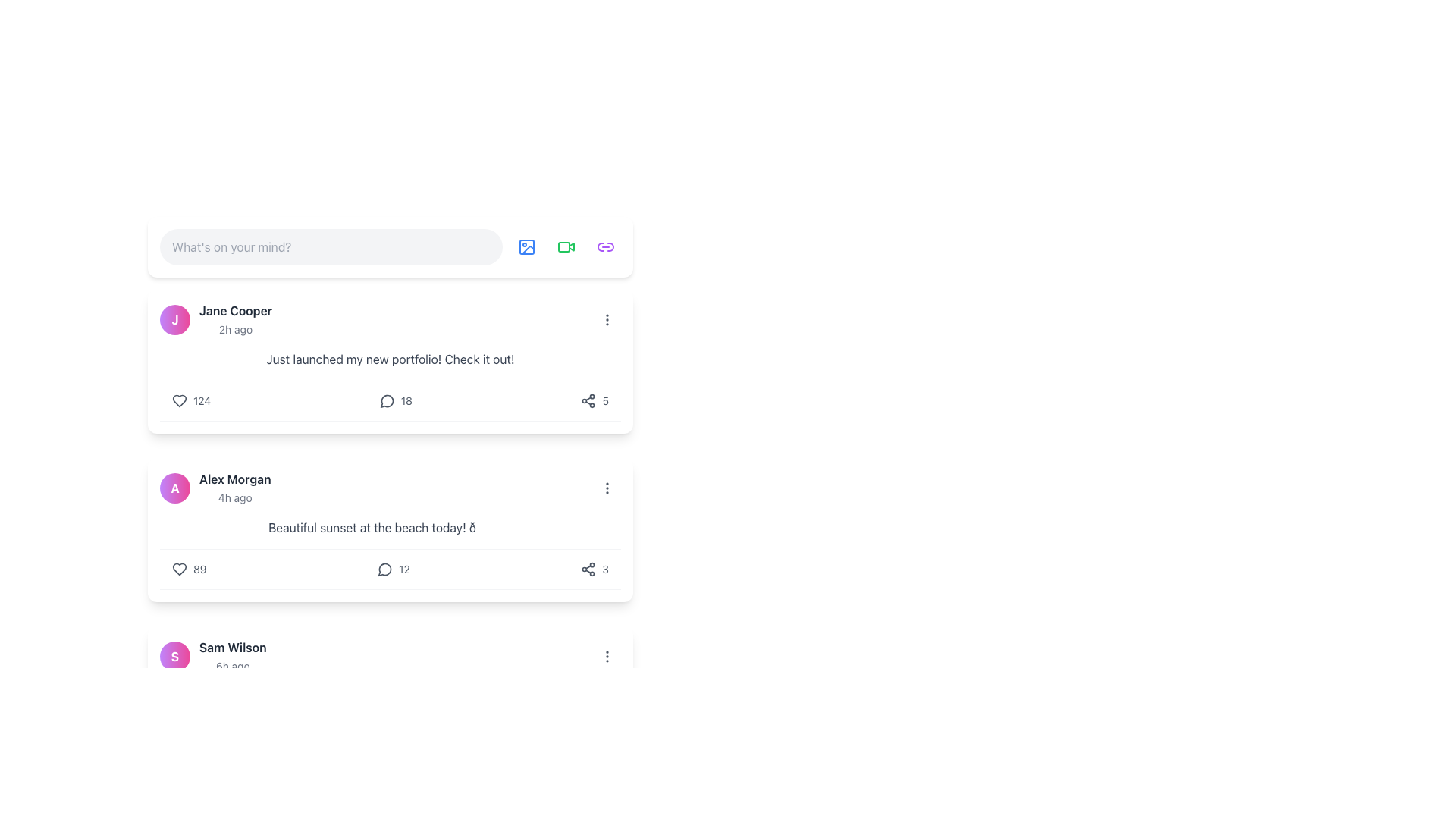  What do you see at coordinates (406, 400) in the screenshot?
I see `the small gray text numeral '18' styled in sans-serif font, which is the rightmost element in a group containing a speech bubble icon` at bounding box center [406, 400].